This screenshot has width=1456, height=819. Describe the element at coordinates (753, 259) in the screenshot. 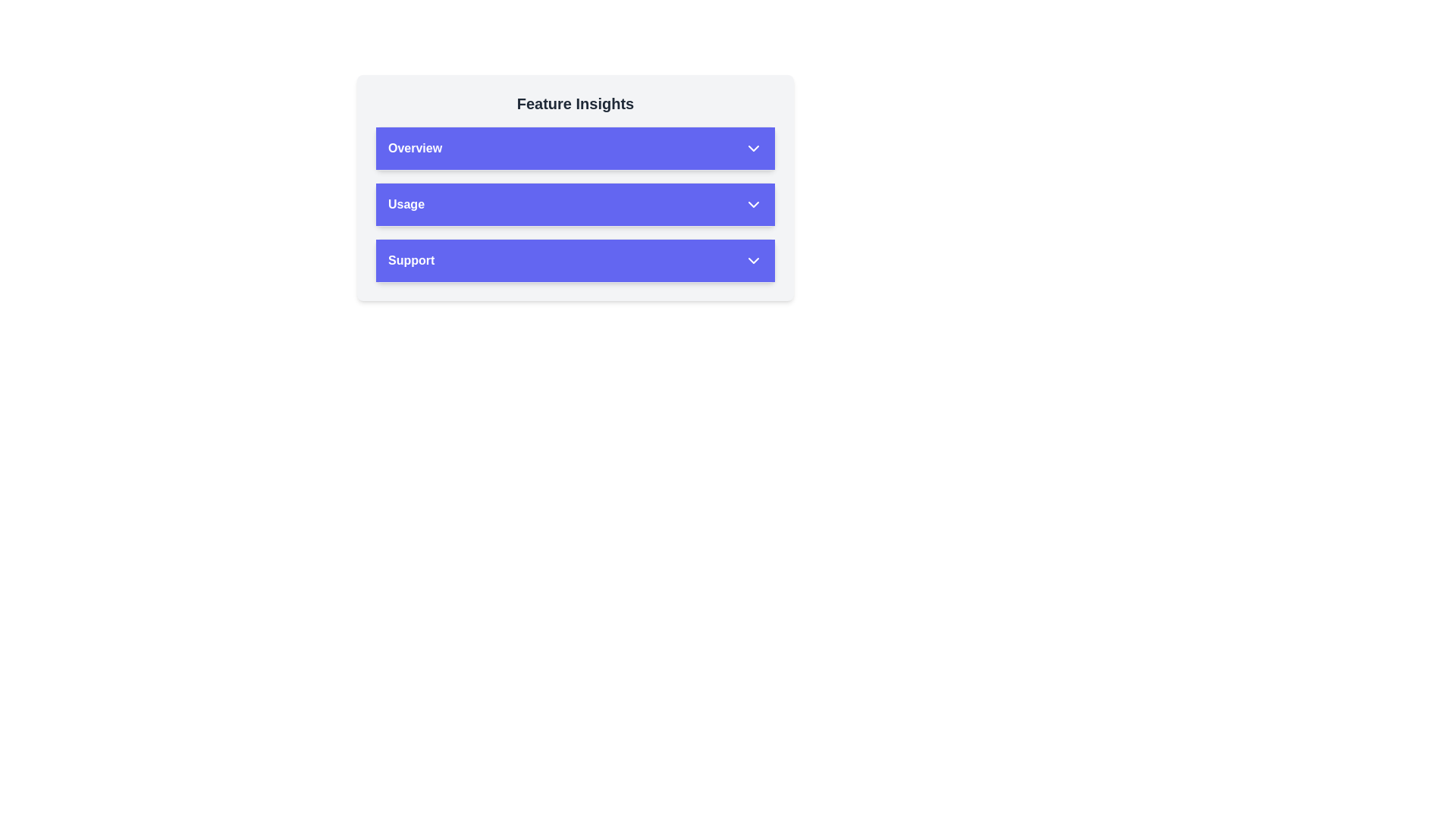

I see `the chevron icon within the blue 'Support' button` at that location.